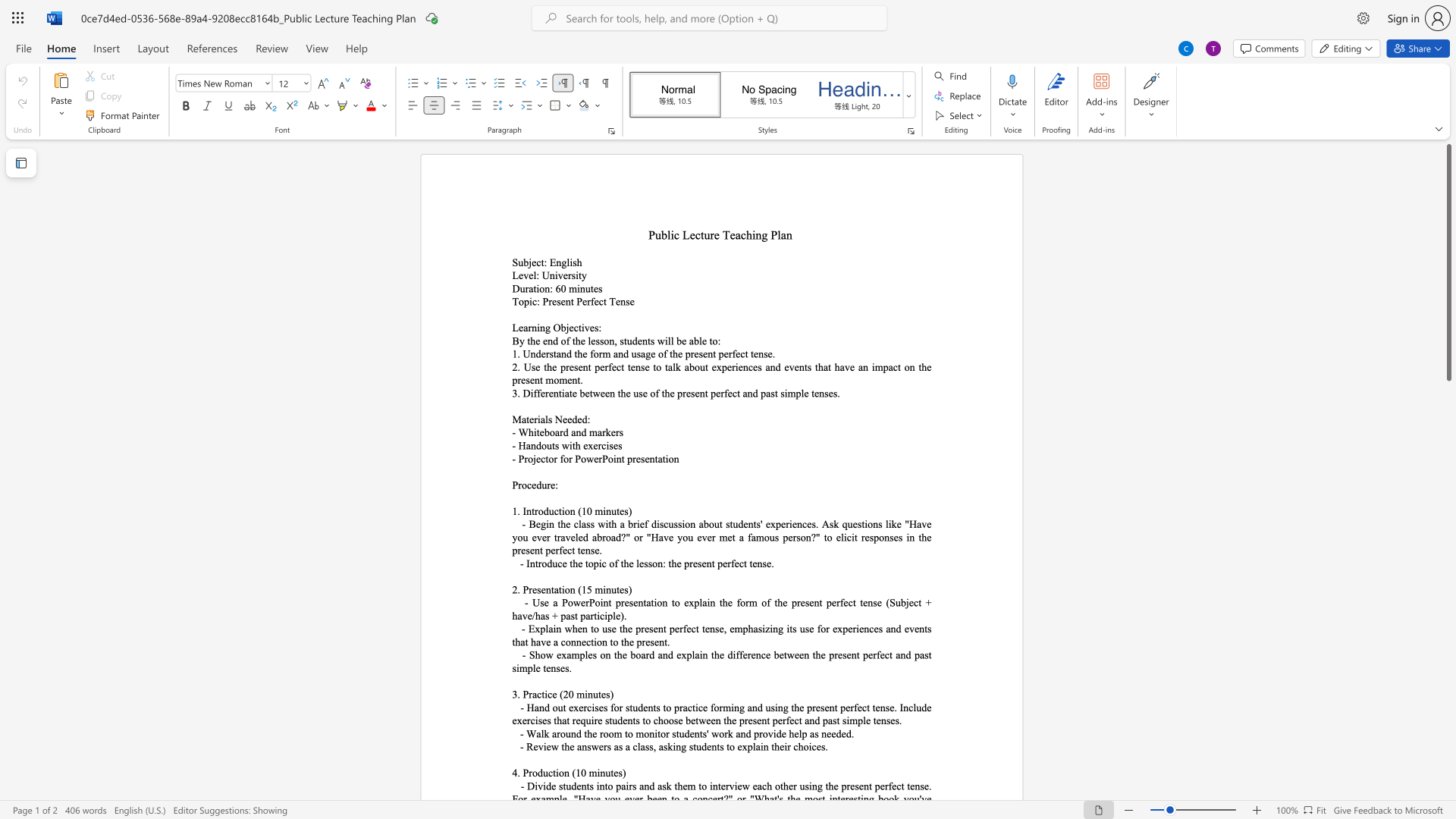 This screenshot has width=1456, height=819. I want to click on the space between the continuous character "i" and "f" in the text, so click(533, 392).